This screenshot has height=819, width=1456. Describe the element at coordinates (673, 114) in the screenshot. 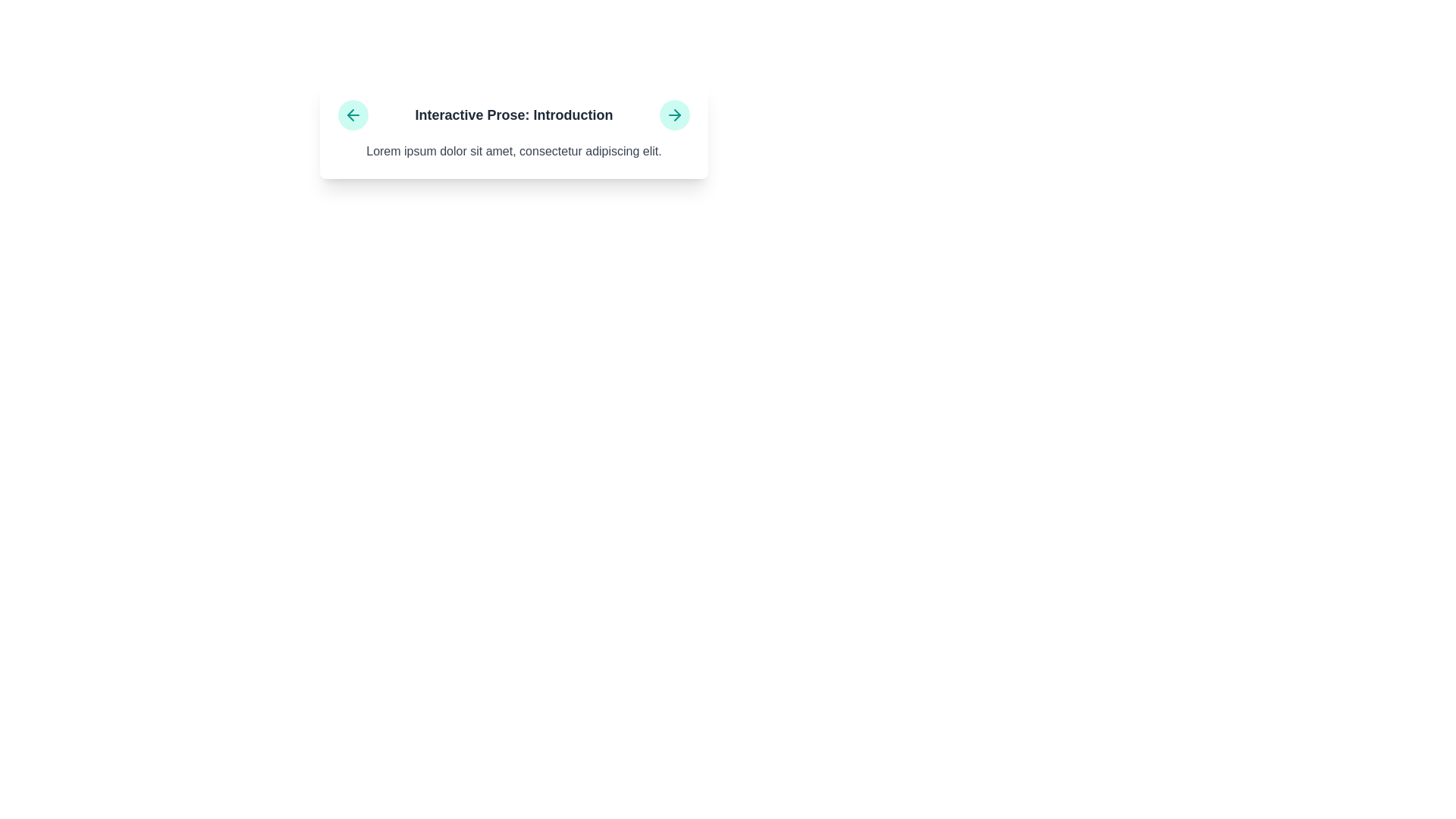

I see `the navigation button icon located at the top-right corner of the content card titled 'Interactive Prose: Introduction'` at that location.